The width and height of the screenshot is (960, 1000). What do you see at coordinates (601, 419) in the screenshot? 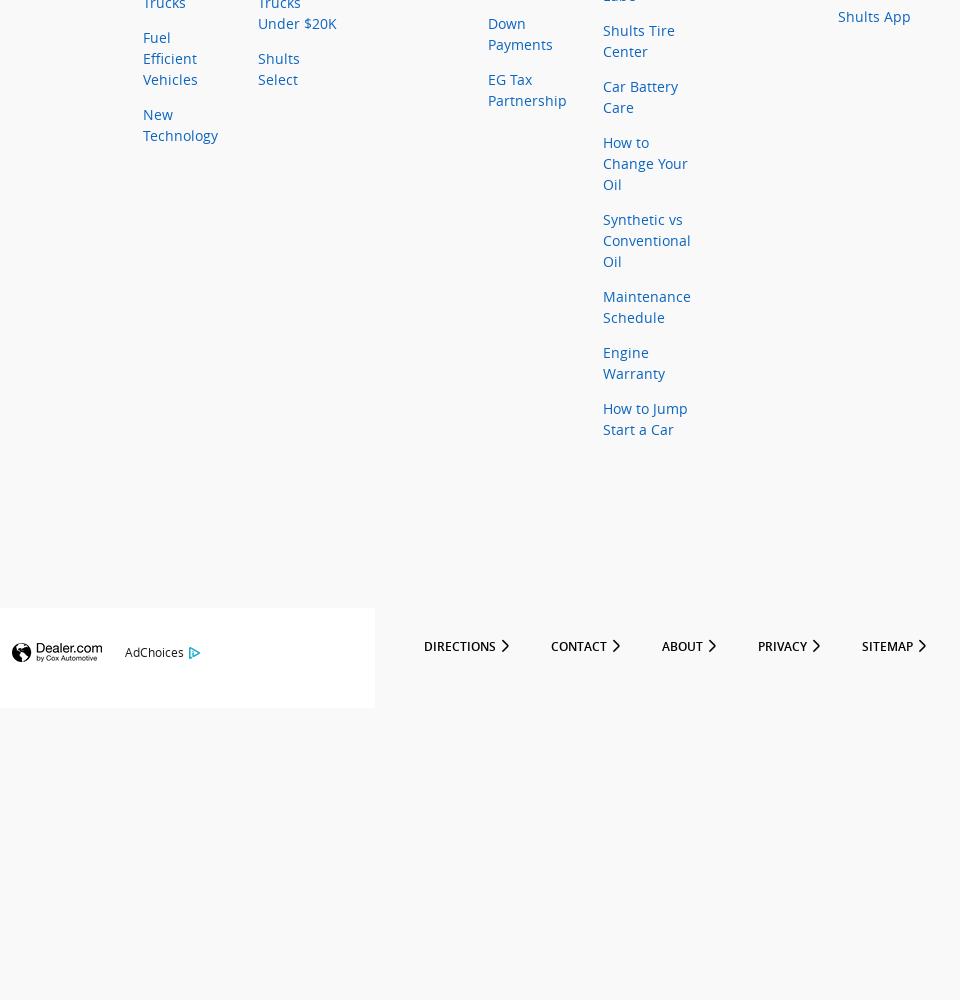
I see `'How to Jump Start a Car'` at bounding box center [601, 419].